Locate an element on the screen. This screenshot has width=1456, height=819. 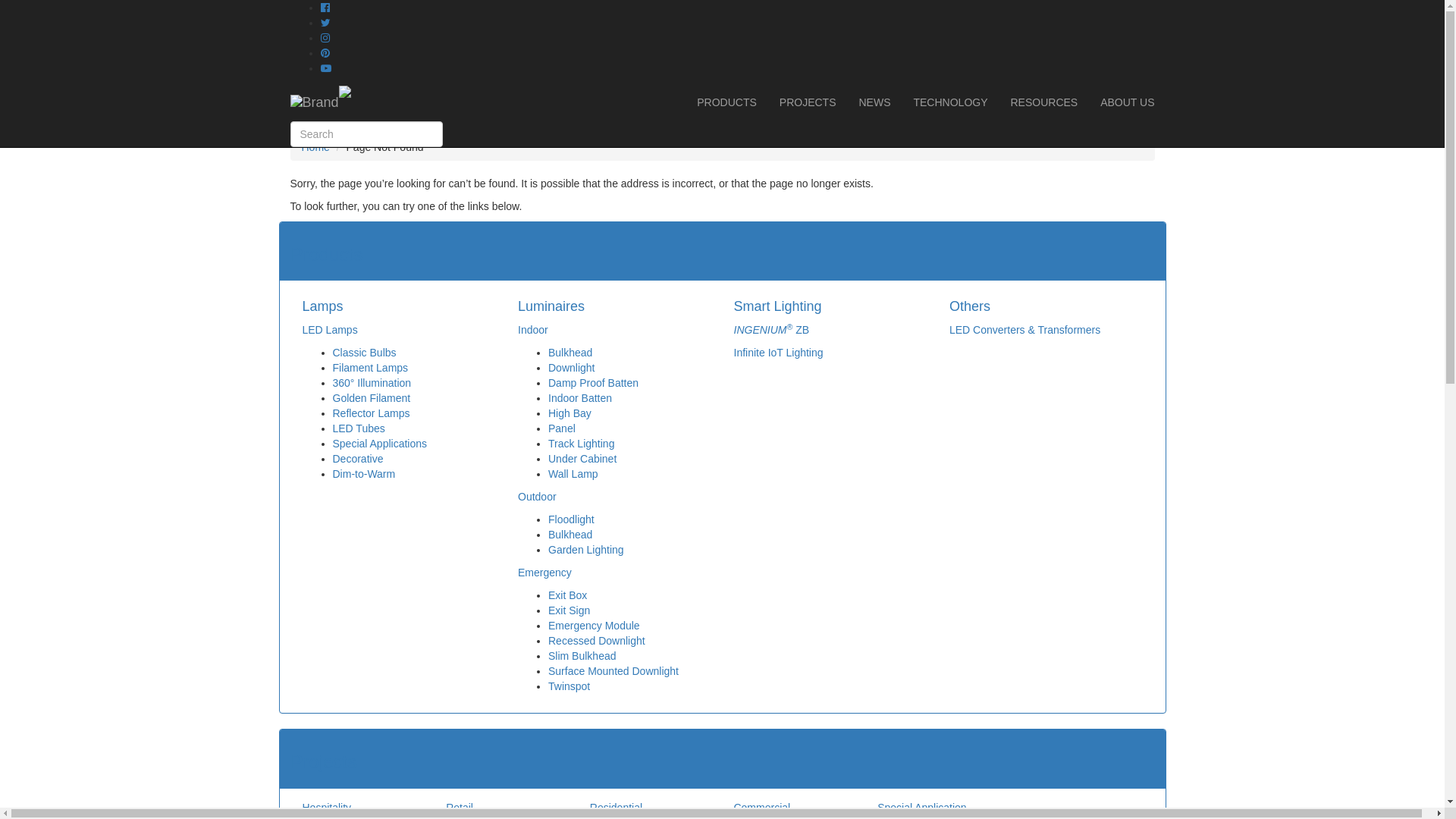
'Classic Bulbs' is located at coordinates (331, 353).